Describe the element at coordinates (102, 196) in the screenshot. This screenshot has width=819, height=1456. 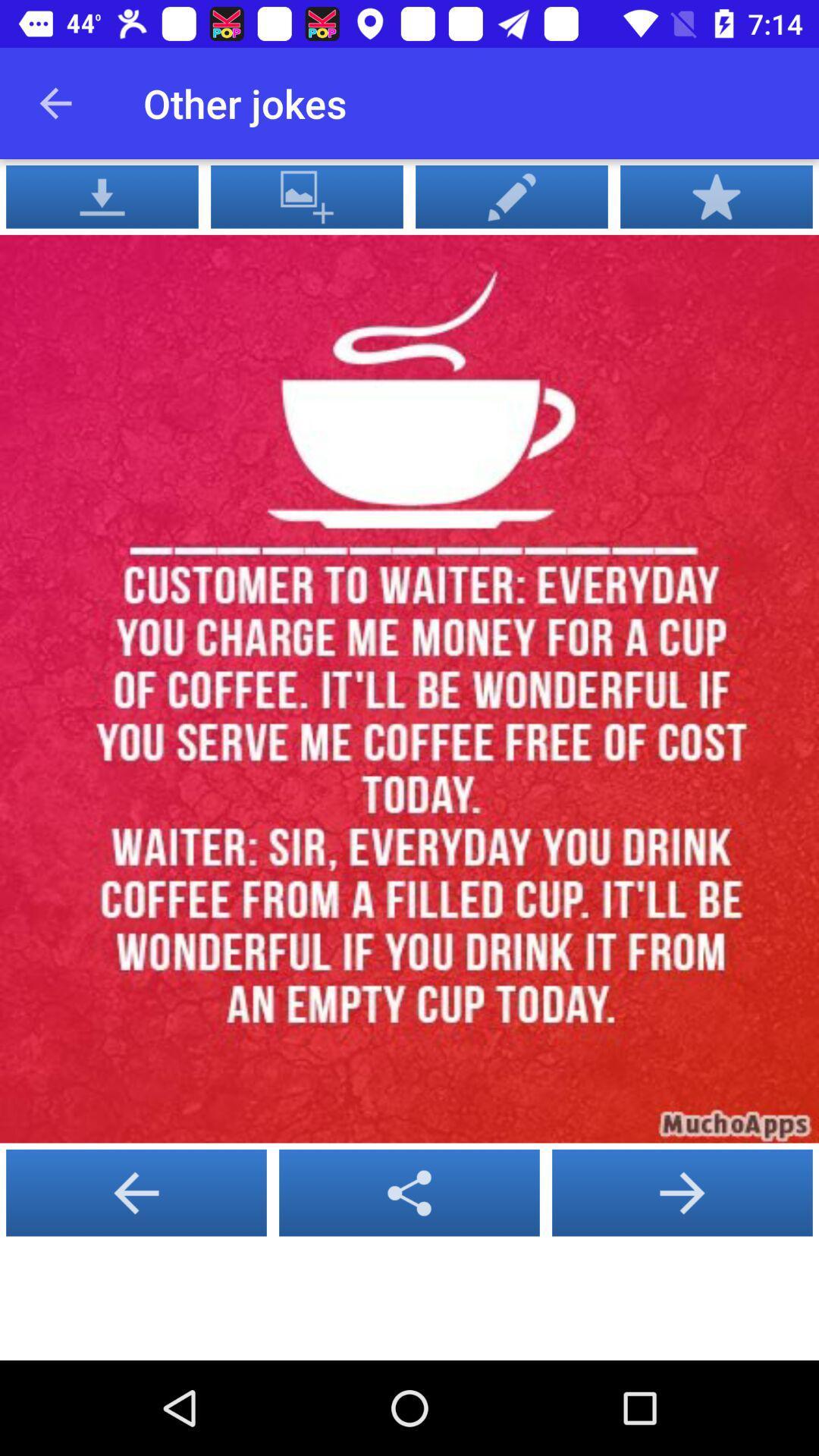
I see `the file_download icon` at that location.